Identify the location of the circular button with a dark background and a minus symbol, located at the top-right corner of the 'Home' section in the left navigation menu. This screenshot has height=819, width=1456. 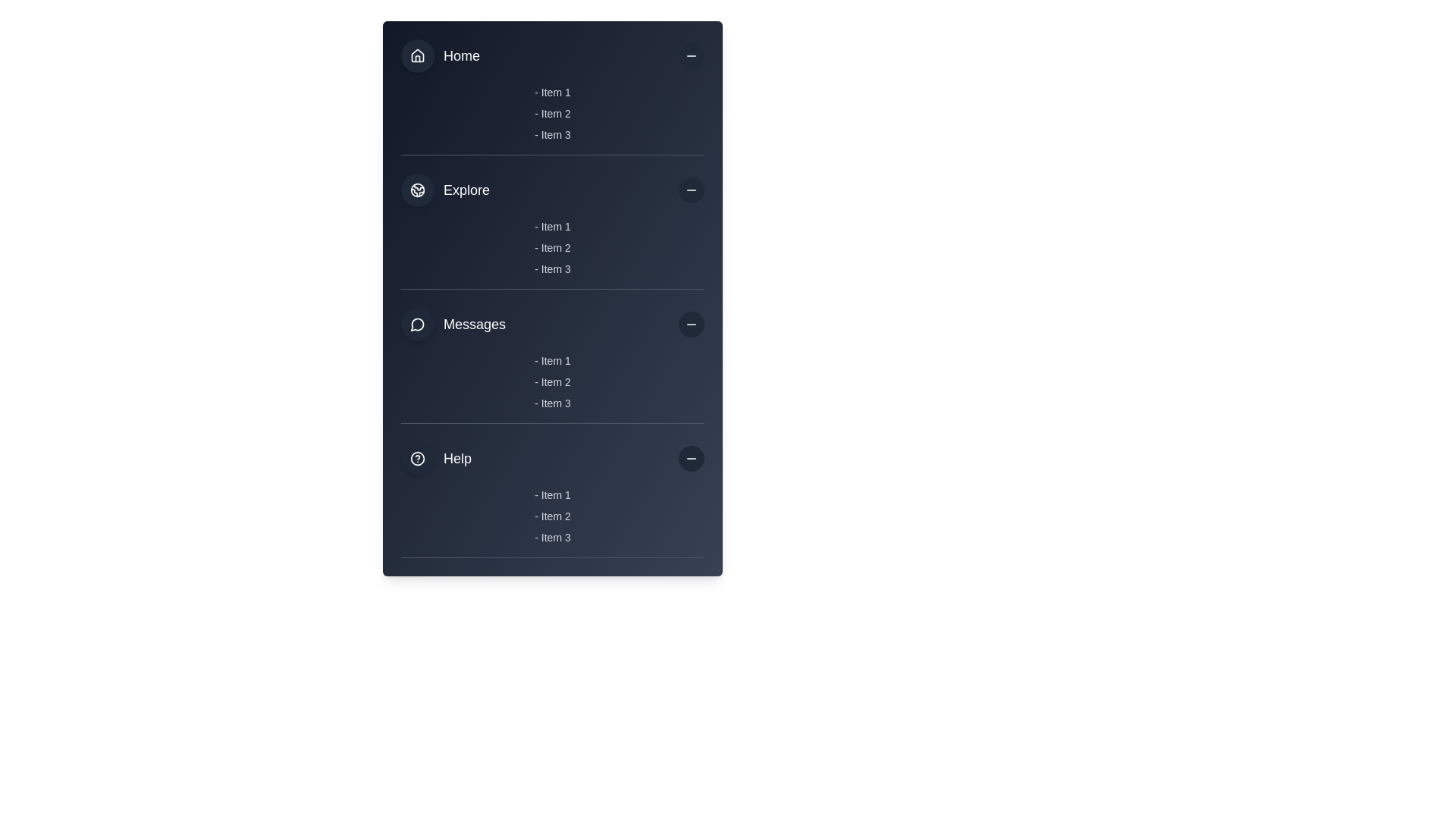
(691, 55).